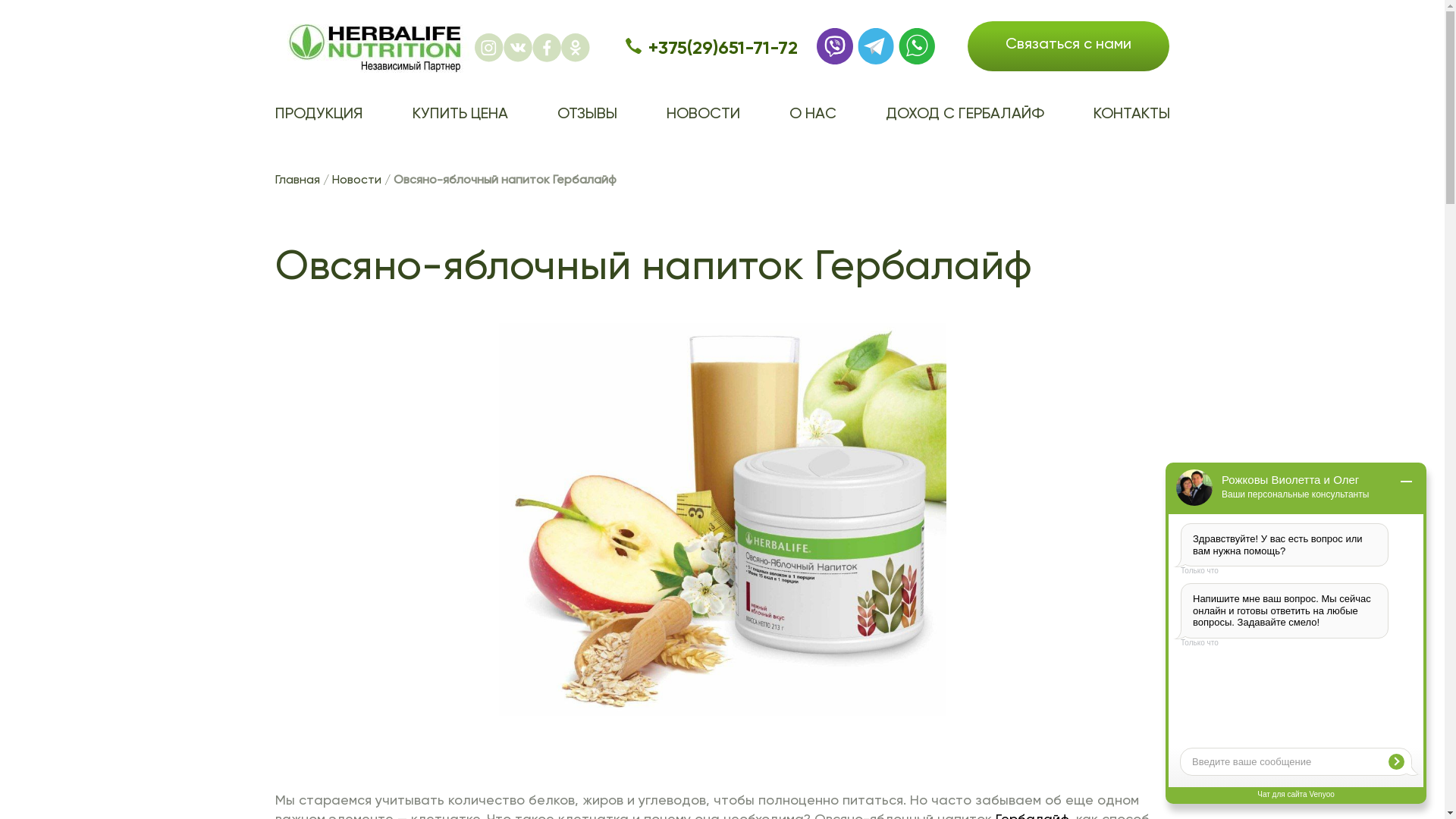  I want to click on '+375(29)651-71-72', so click(722, 45).